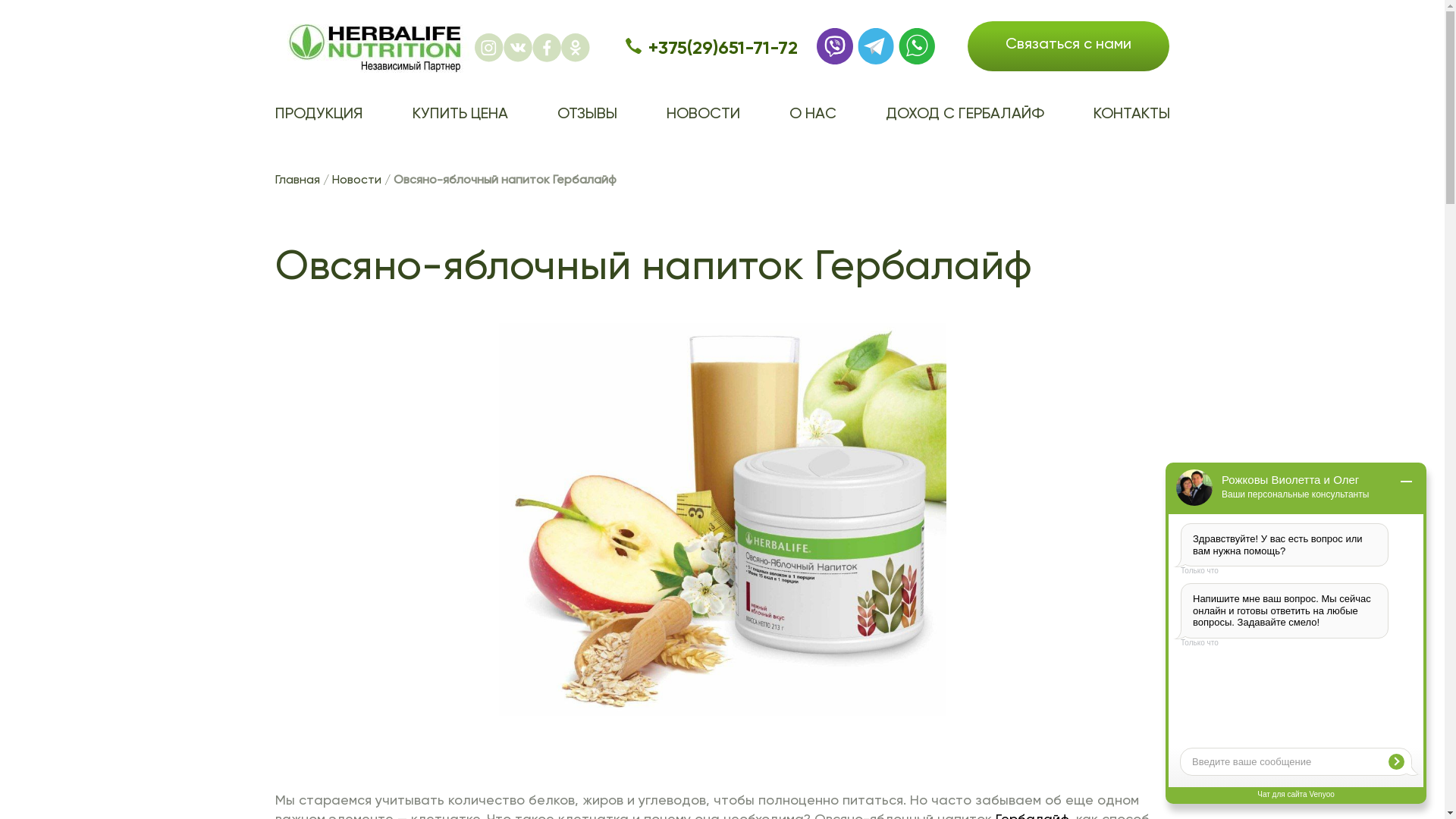  I want to click on '+375(29)651-71-72', so click(722, 45).